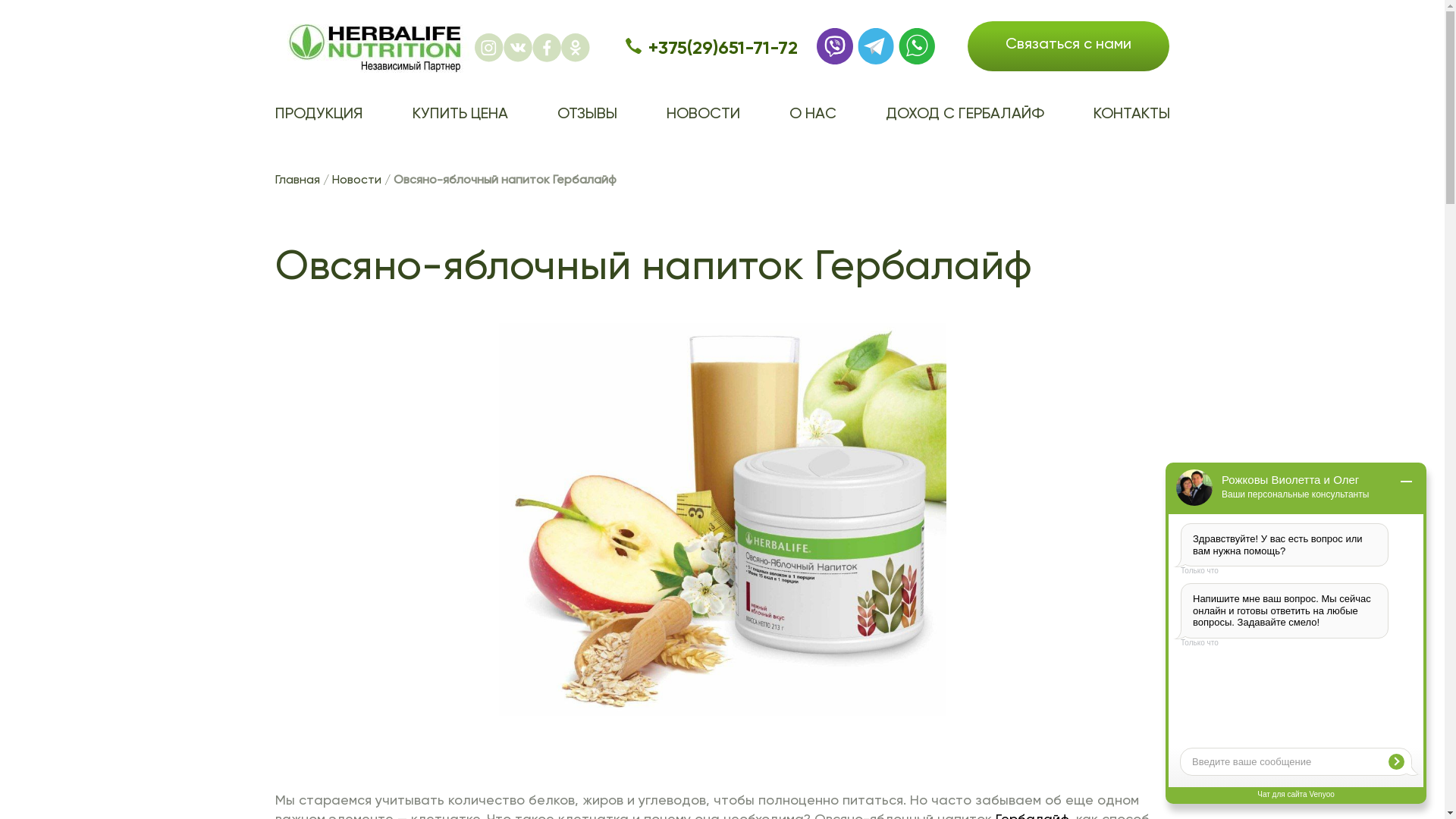  I want to click on '+375(29)651-71-72', so click(722, 45).